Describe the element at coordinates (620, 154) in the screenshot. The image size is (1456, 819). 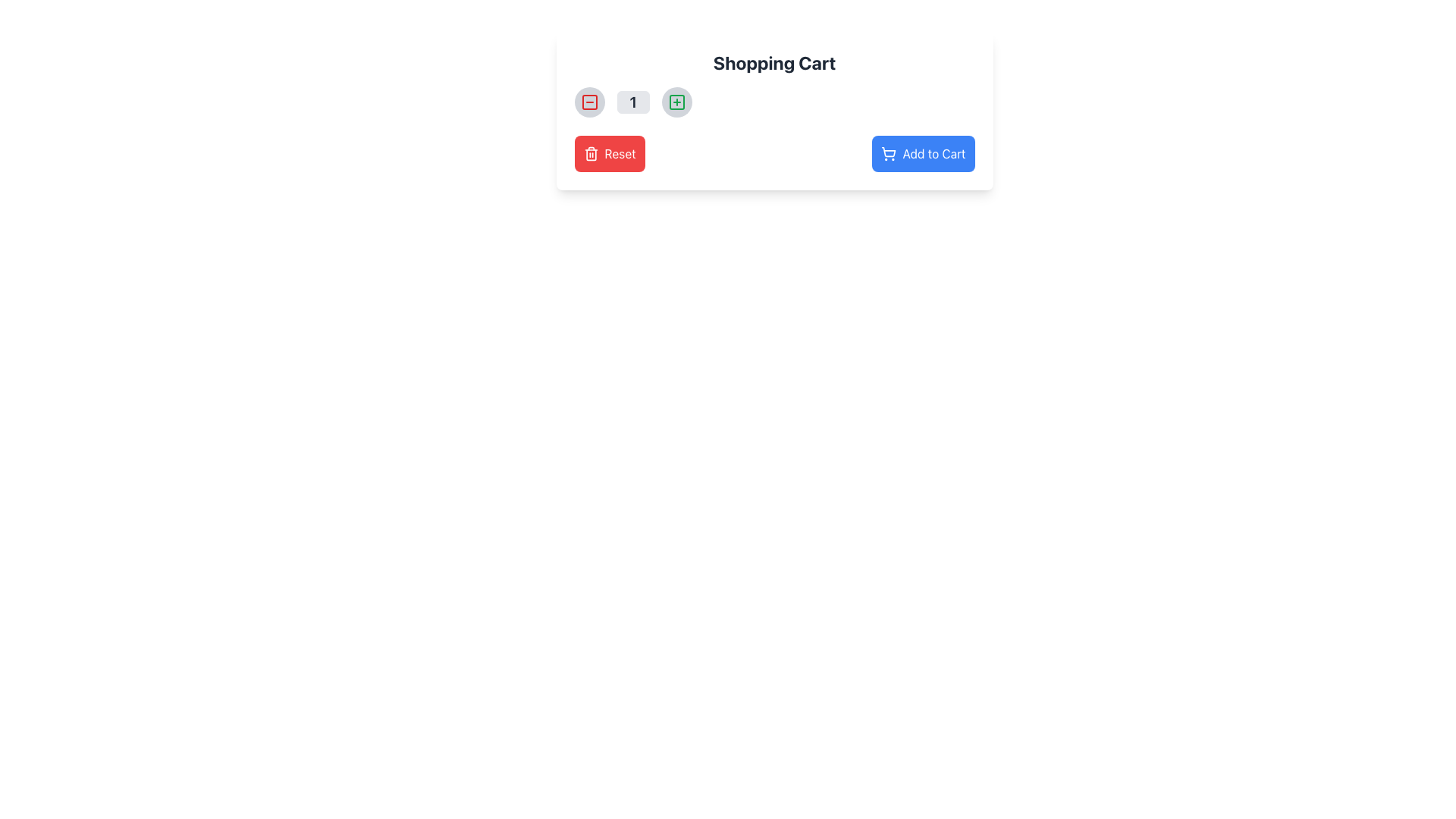
I see `the red 'Reset' button with rounded corners located below the 'Shopping Cart' title` at that location.